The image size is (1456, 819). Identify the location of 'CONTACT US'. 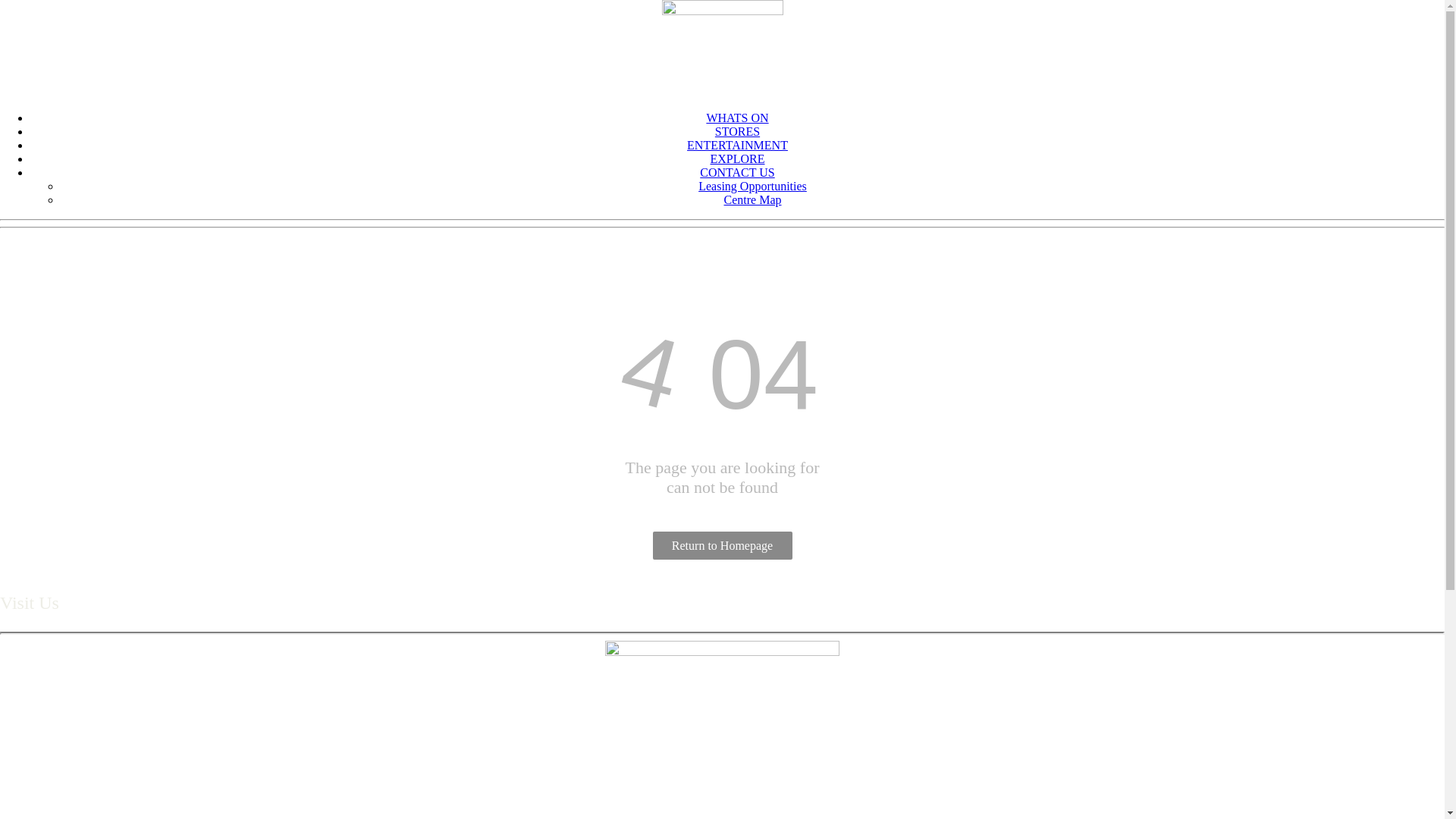
(698, 171).